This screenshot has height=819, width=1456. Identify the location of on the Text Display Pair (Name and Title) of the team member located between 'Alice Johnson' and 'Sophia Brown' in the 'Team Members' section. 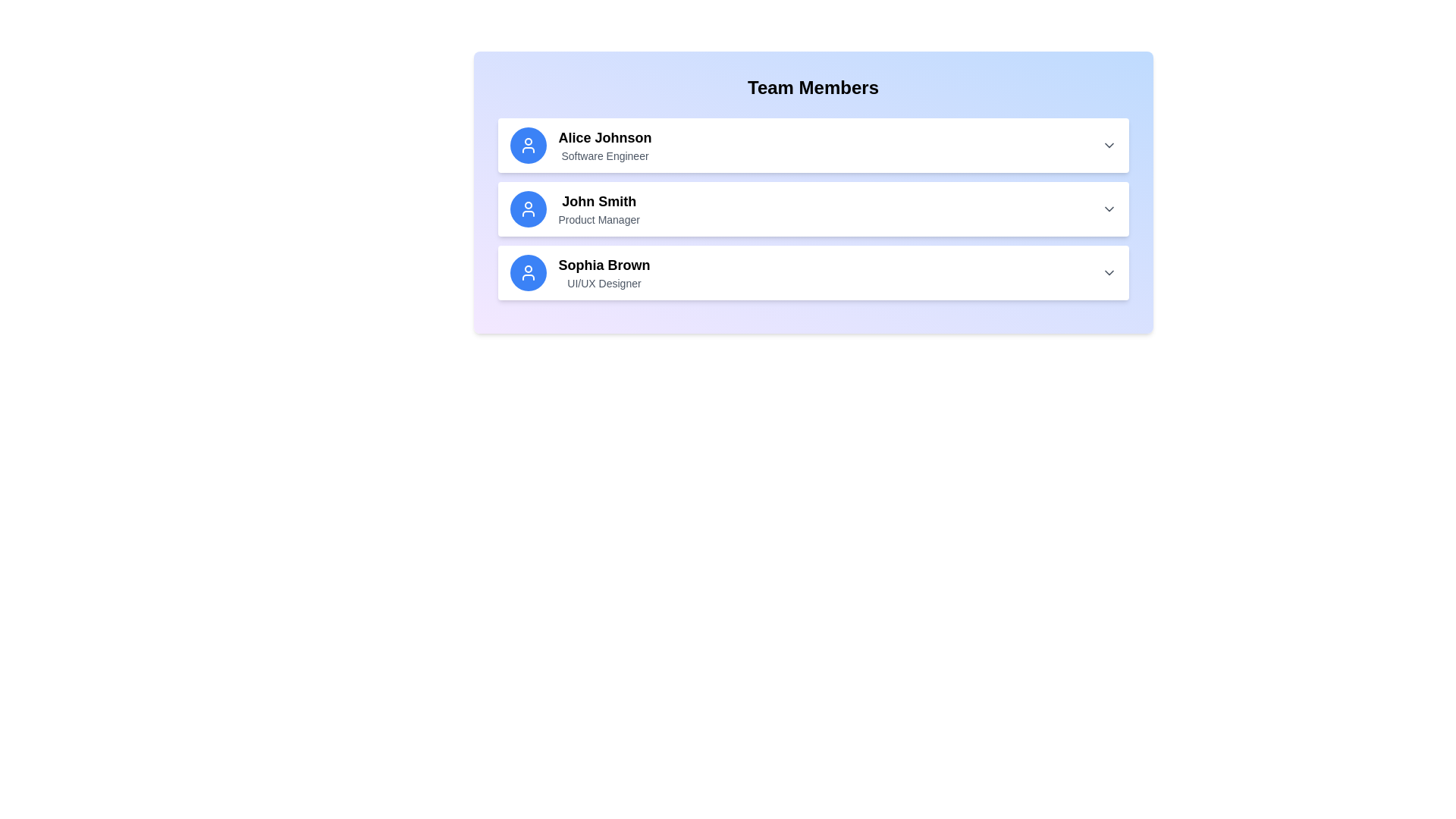
(598, 209).